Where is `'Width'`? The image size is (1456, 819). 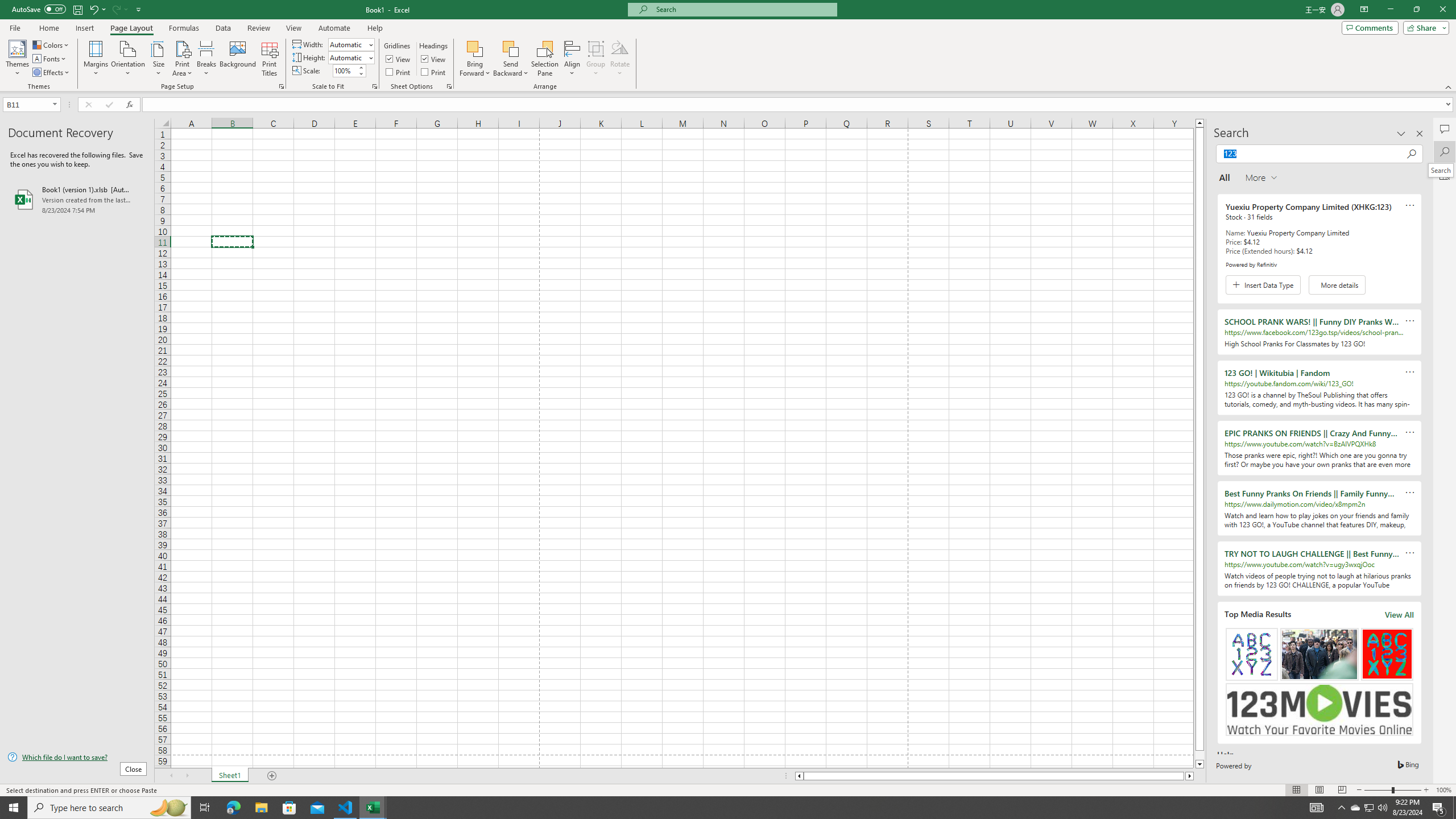
'Width' is located at coordinates (350, 44).